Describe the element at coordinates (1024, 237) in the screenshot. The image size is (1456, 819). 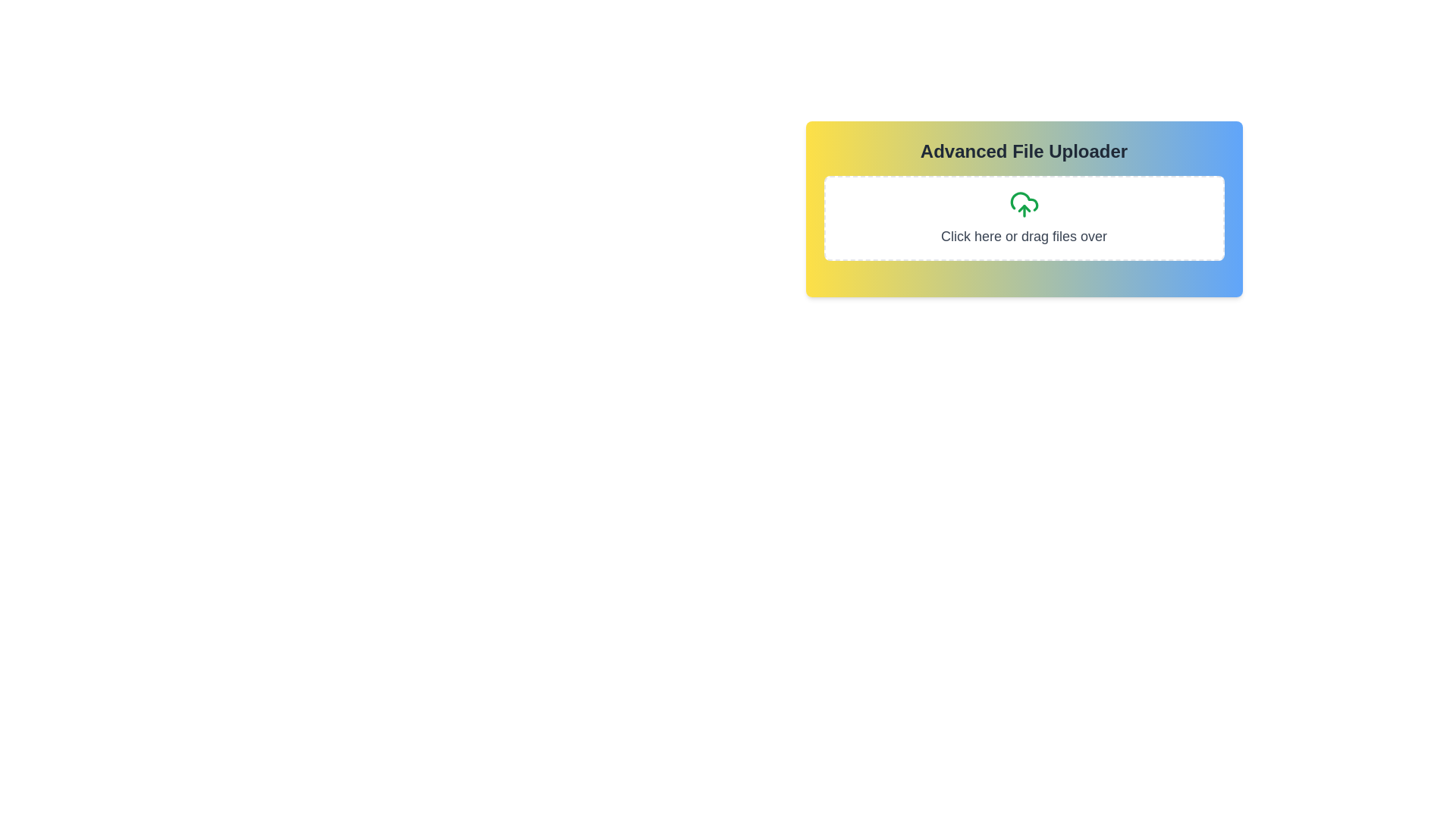
I see `text label that instructs users to 'Click here or drag files over', located at the bottom of the file upload component, centrally positioned within the uploader area` at that location.